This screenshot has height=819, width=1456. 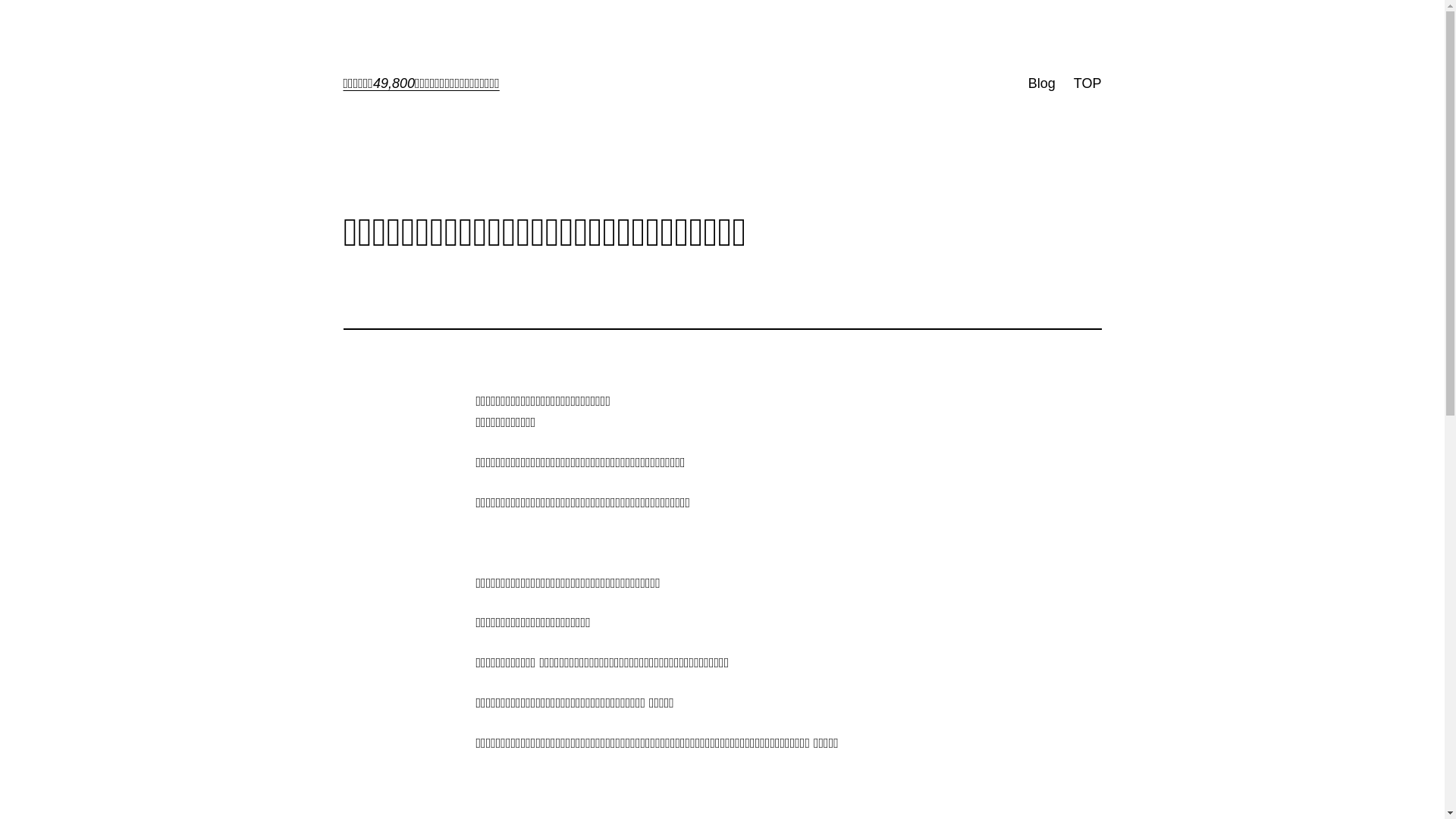 What do you see at coordinates (1040, 83) in the screenshot?
I see `'Blog'` at bounding box center [1040, 83].